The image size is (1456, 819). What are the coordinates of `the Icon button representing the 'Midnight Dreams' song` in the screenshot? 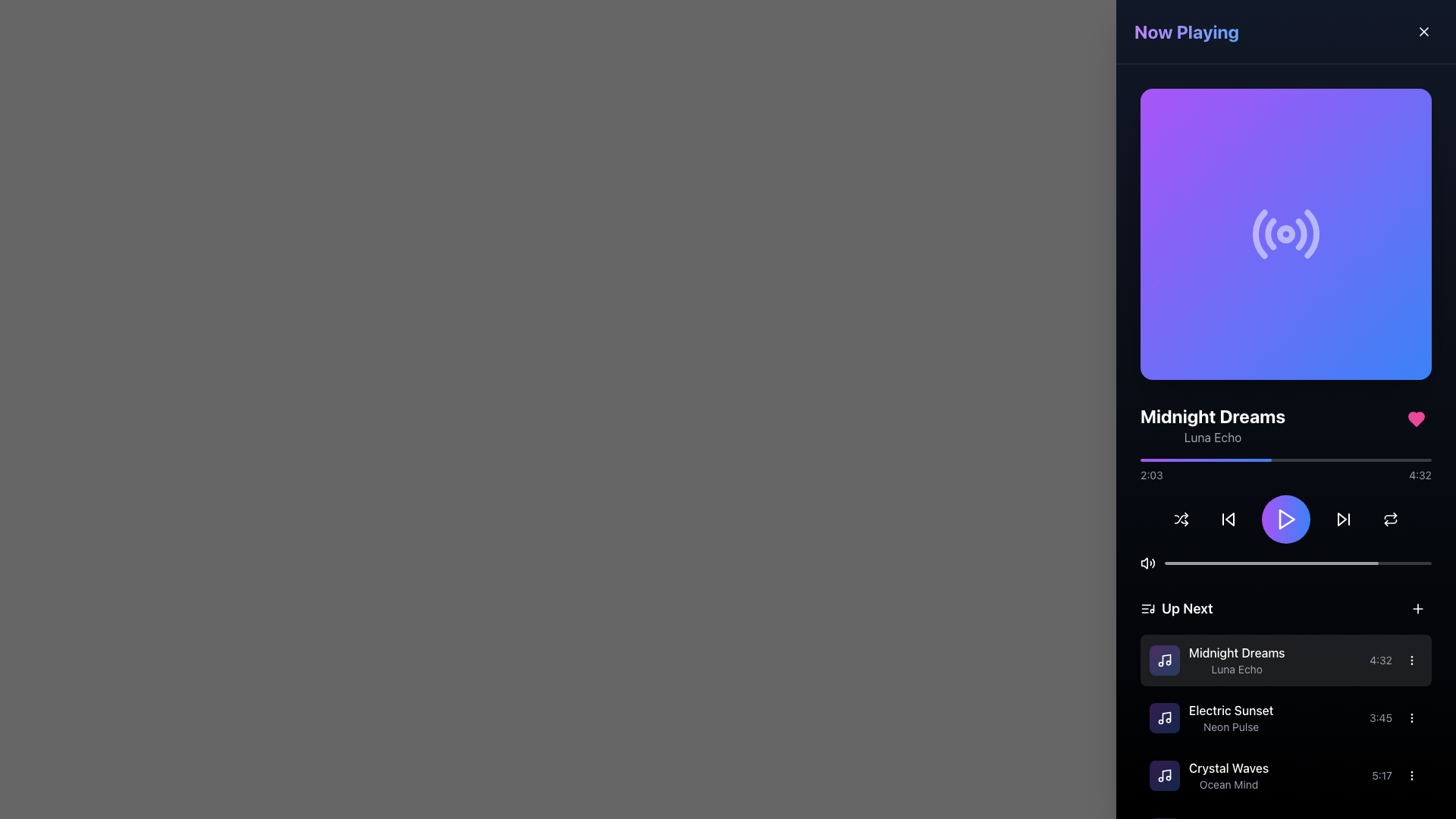 It's located at (1164, 660).